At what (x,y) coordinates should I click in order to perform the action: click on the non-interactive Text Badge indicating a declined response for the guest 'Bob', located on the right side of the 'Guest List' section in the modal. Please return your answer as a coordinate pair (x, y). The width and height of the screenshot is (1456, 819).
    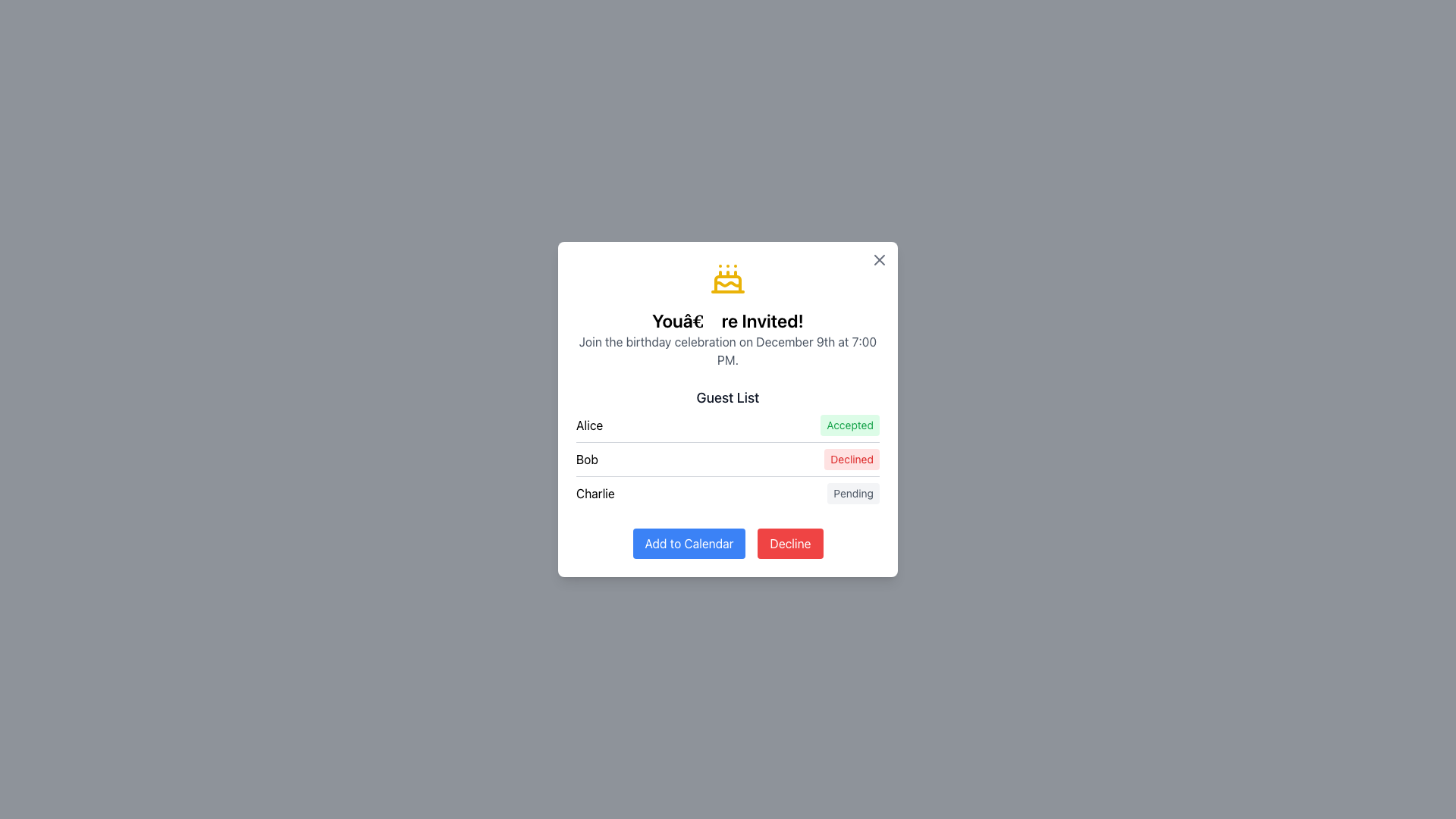
    Looking at the image, I should click on (852, 458).